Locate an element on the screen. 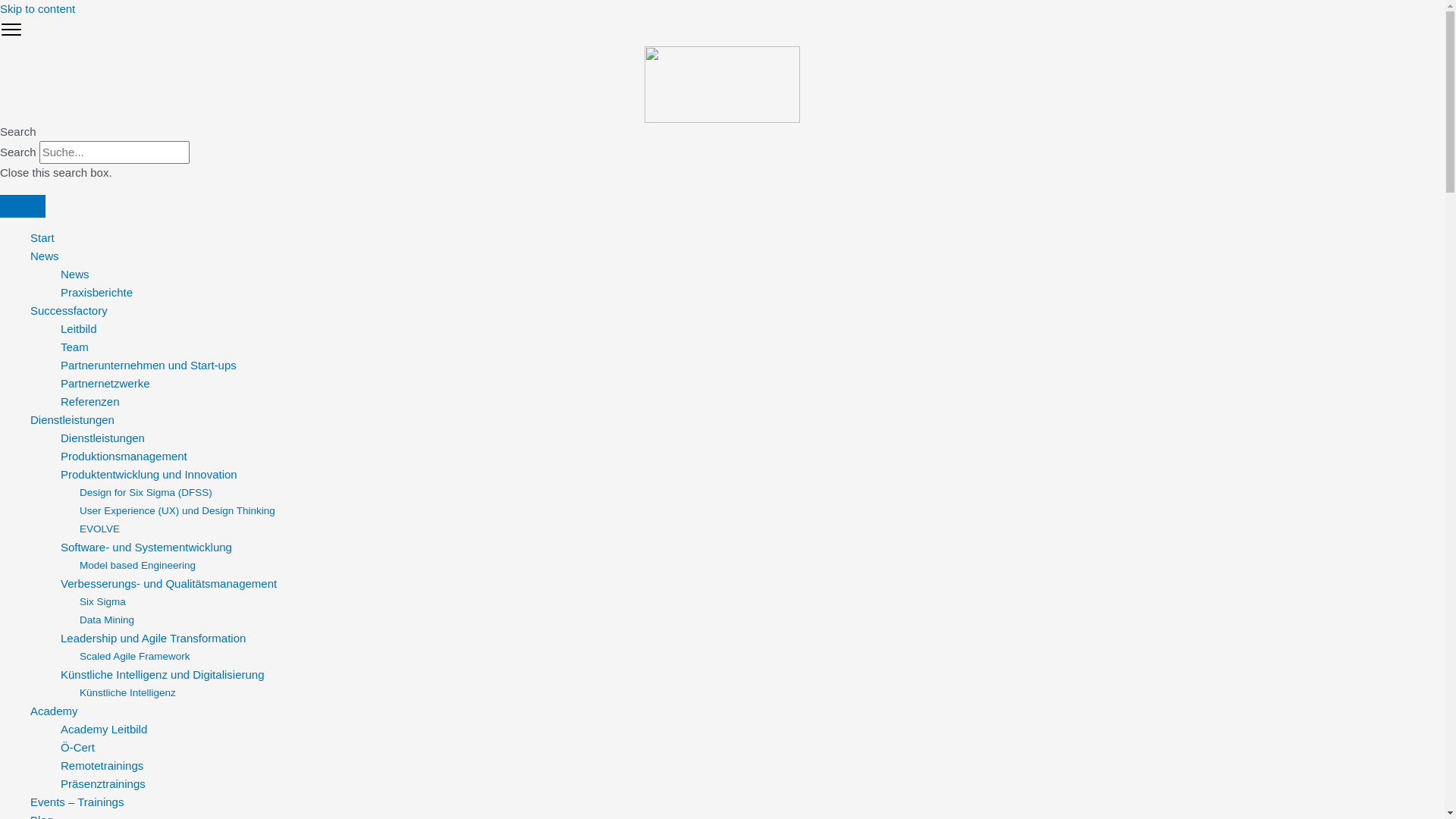 Image resolution: width=1456 pixels, height=819 pixels. 'EVOLVE' is located at coordinates (99, 528).